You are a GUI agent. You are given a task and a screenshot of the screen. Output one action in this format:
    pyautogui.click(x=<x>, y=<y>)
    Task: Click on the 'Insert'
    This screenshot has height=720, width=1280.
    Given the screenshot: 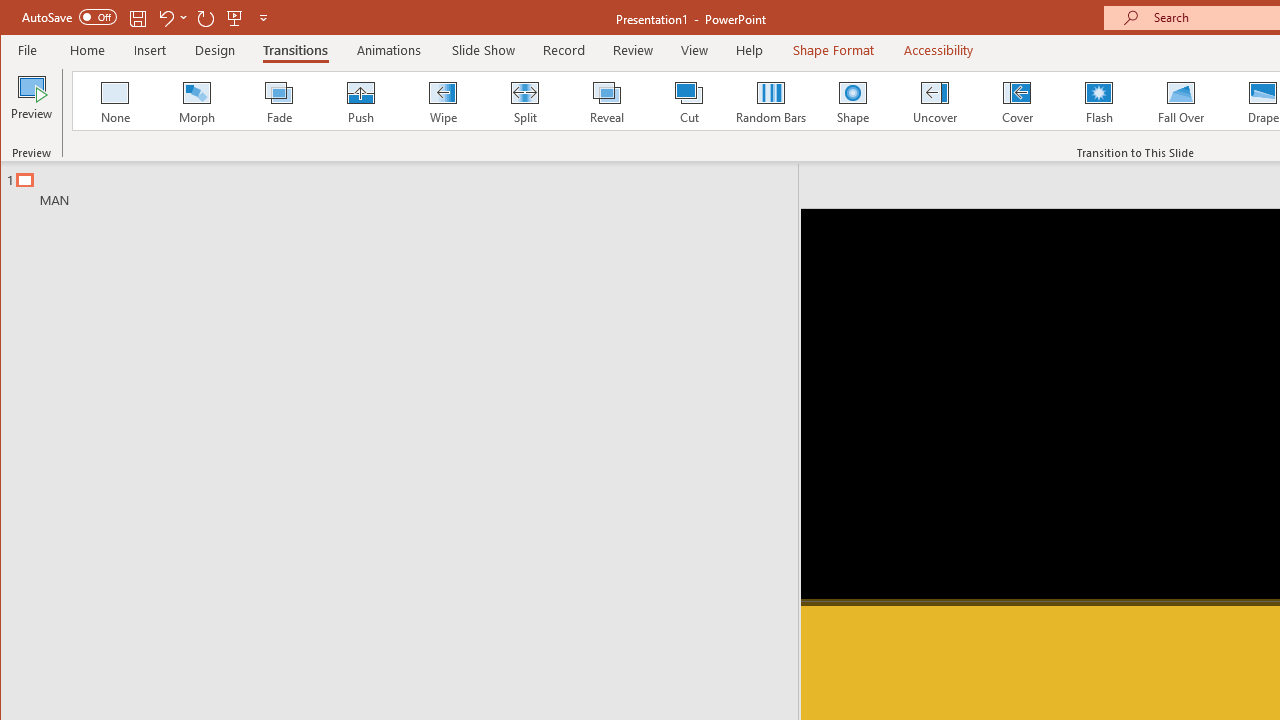 What is the action you would take?
    pyautogui.click(x=149, y=49)
    